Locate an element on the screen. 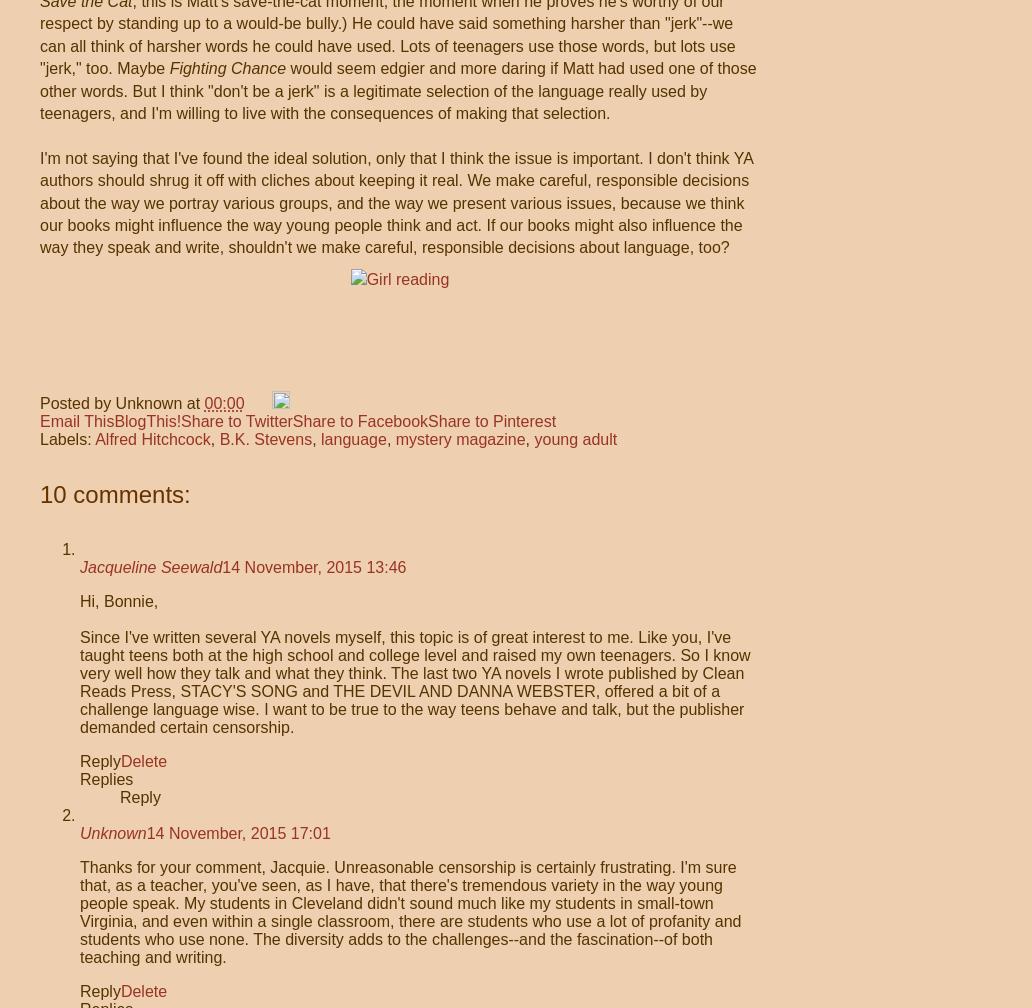 Image resolution: width=1032 pixels, height=1008 pixels. '10 comments:' is located at coordinates (114, 494).